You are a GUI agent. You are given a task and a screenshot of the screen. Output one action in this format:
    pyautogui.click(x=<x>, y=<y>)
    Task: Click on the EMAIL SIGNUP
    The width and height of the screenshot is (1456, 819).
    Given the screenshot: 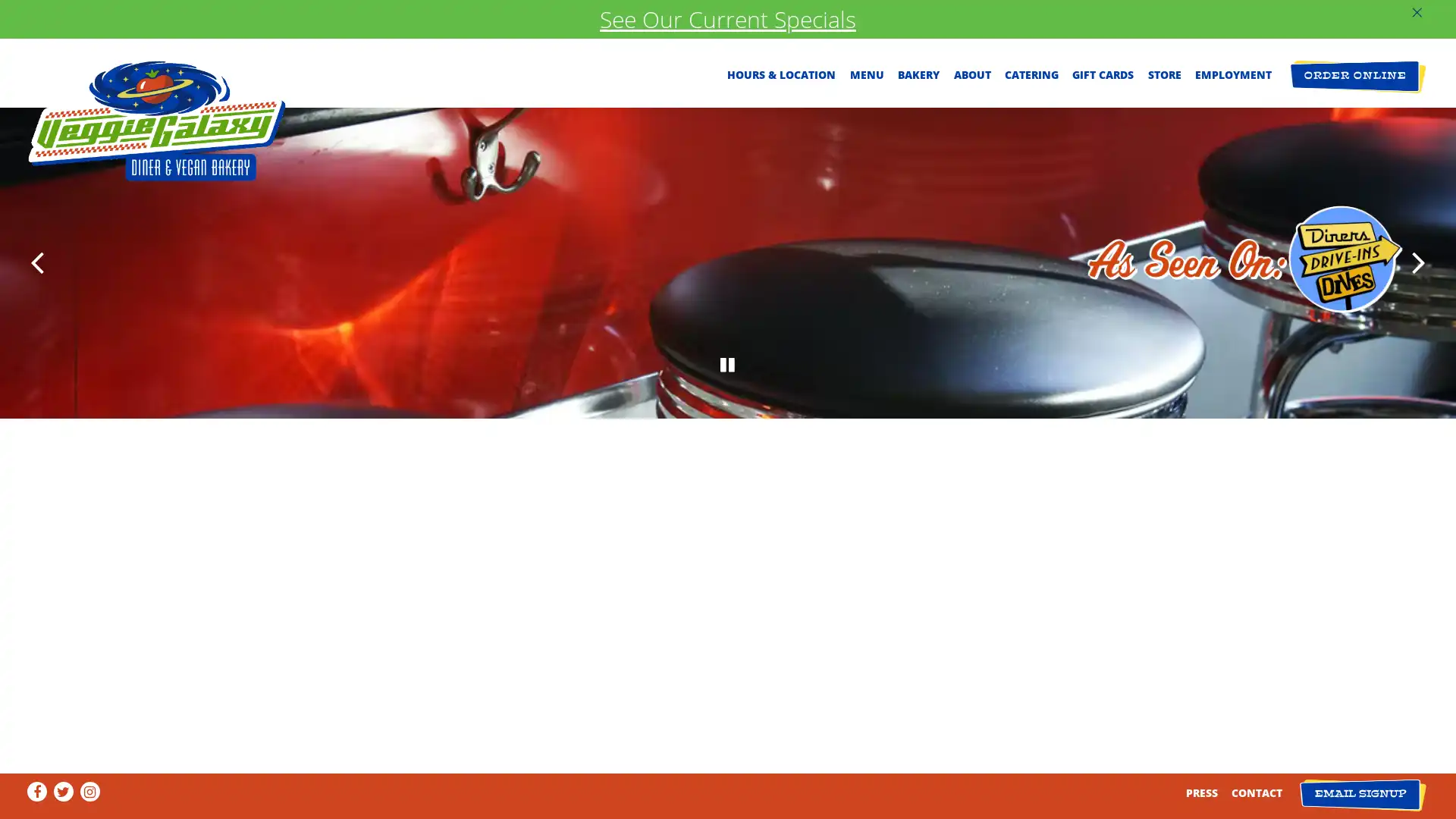 What is the action you would take?
    pyautogui.click(x=1362, y=794)
    